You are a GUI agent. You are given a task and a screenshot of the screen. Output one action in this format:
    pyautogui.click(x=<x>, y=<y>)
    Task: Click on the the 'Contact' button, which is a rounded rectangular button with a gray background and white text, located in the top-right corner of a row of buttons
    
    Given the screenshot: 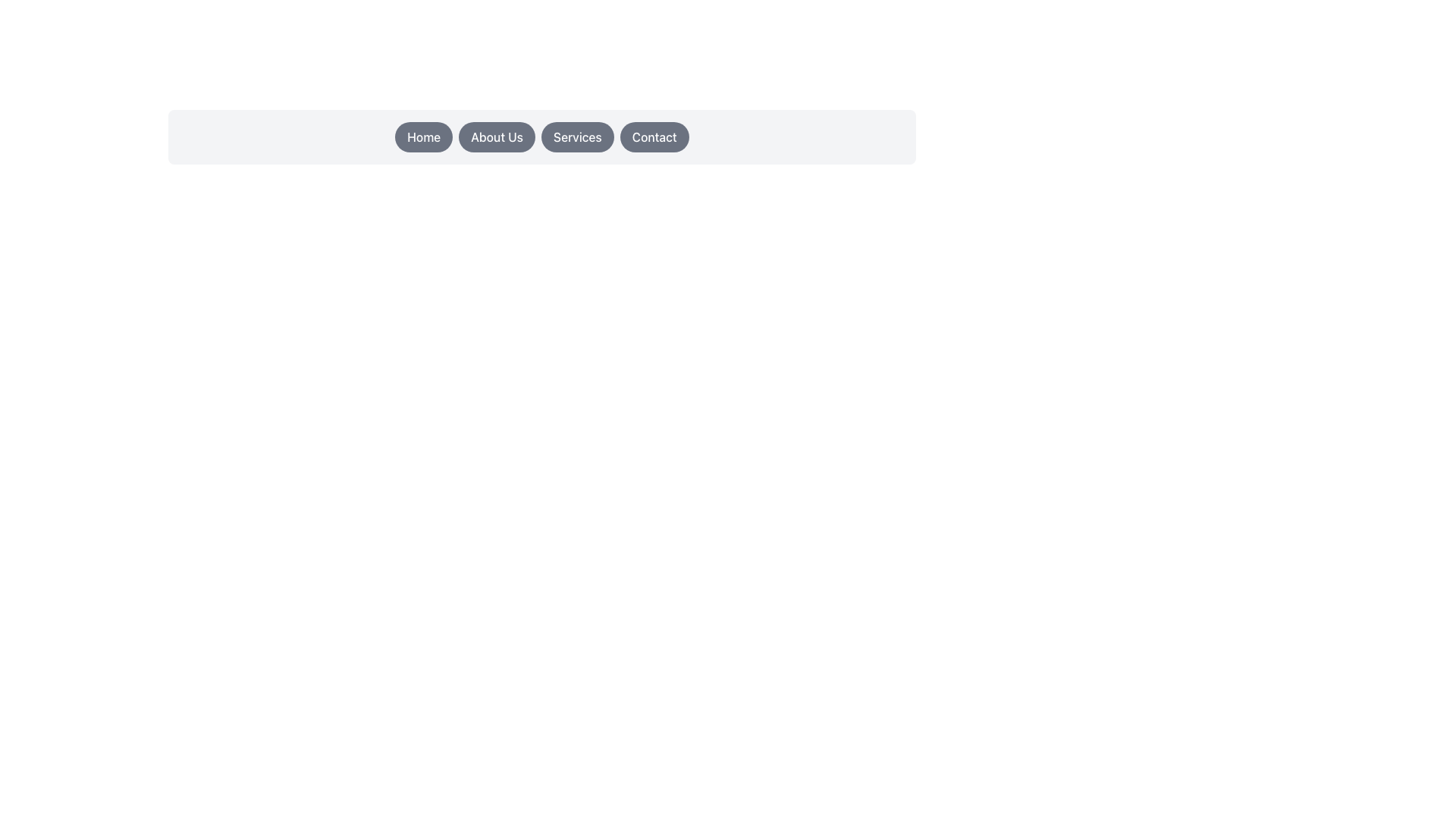 What is the action you would take?
    pyautogui.click(x=654, y=137)
    